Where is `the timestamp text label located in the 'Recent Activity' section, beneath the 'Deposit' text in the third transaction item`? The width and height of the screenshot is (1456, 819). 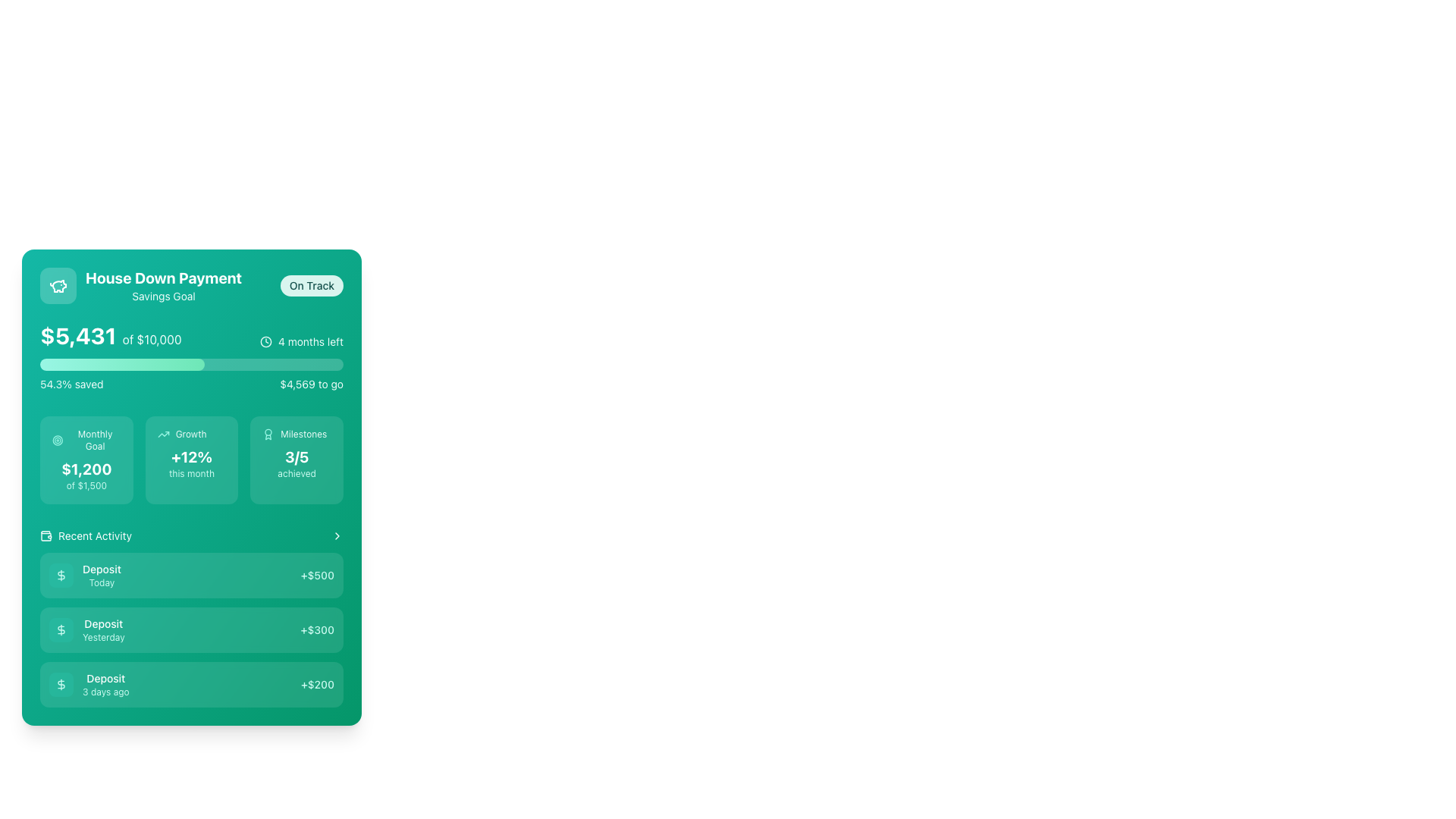
the timestamp text label located in the 'Recent Activity' section, beneath the 'Deposit' text in the third transaction item is located at coordinates (105, 692).